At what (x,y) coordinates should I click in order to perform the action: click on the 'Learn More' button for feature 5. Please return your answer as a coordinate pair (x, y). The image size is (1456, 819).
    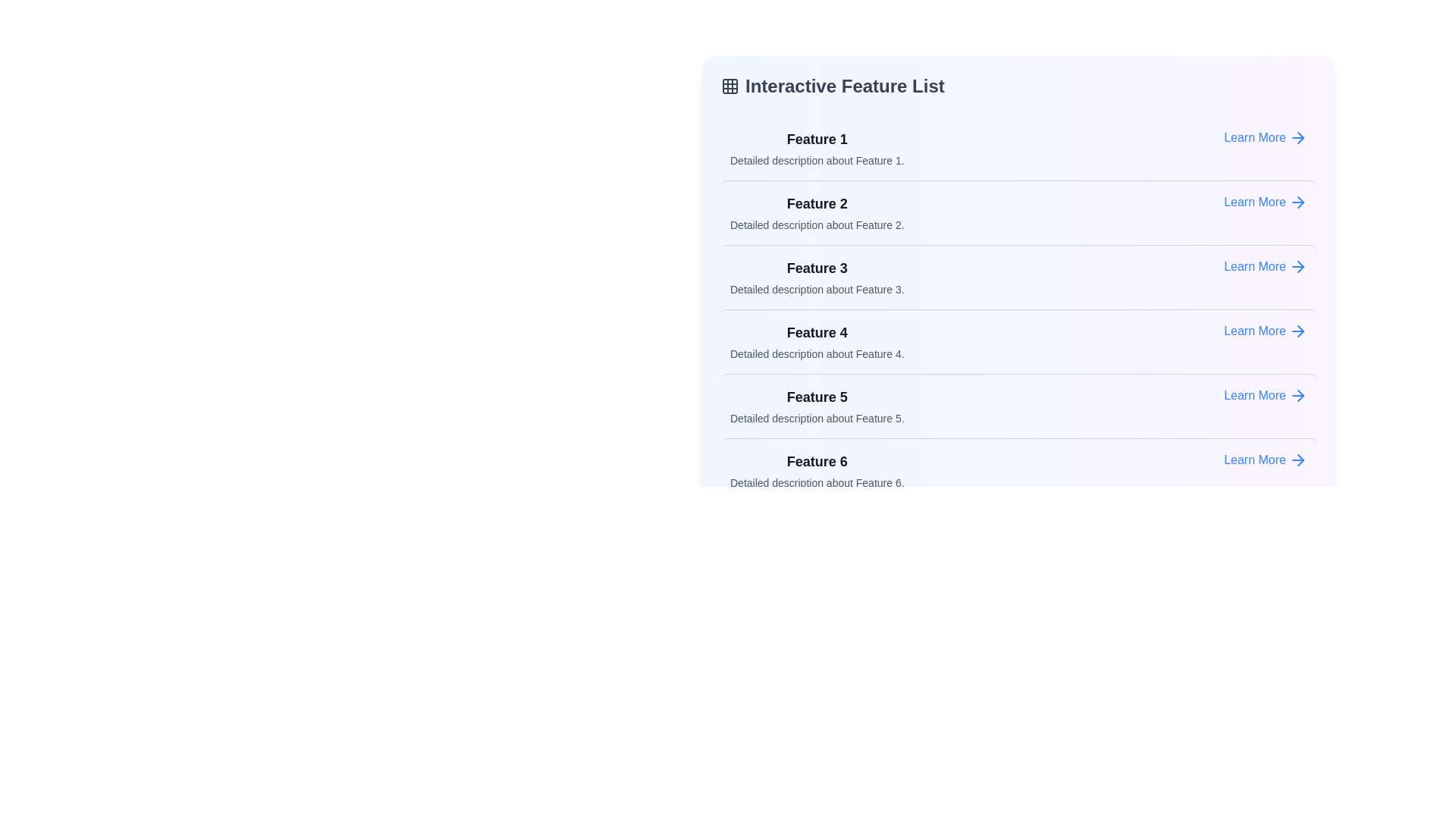
    Looking at the image, I should click on (1266, 394).